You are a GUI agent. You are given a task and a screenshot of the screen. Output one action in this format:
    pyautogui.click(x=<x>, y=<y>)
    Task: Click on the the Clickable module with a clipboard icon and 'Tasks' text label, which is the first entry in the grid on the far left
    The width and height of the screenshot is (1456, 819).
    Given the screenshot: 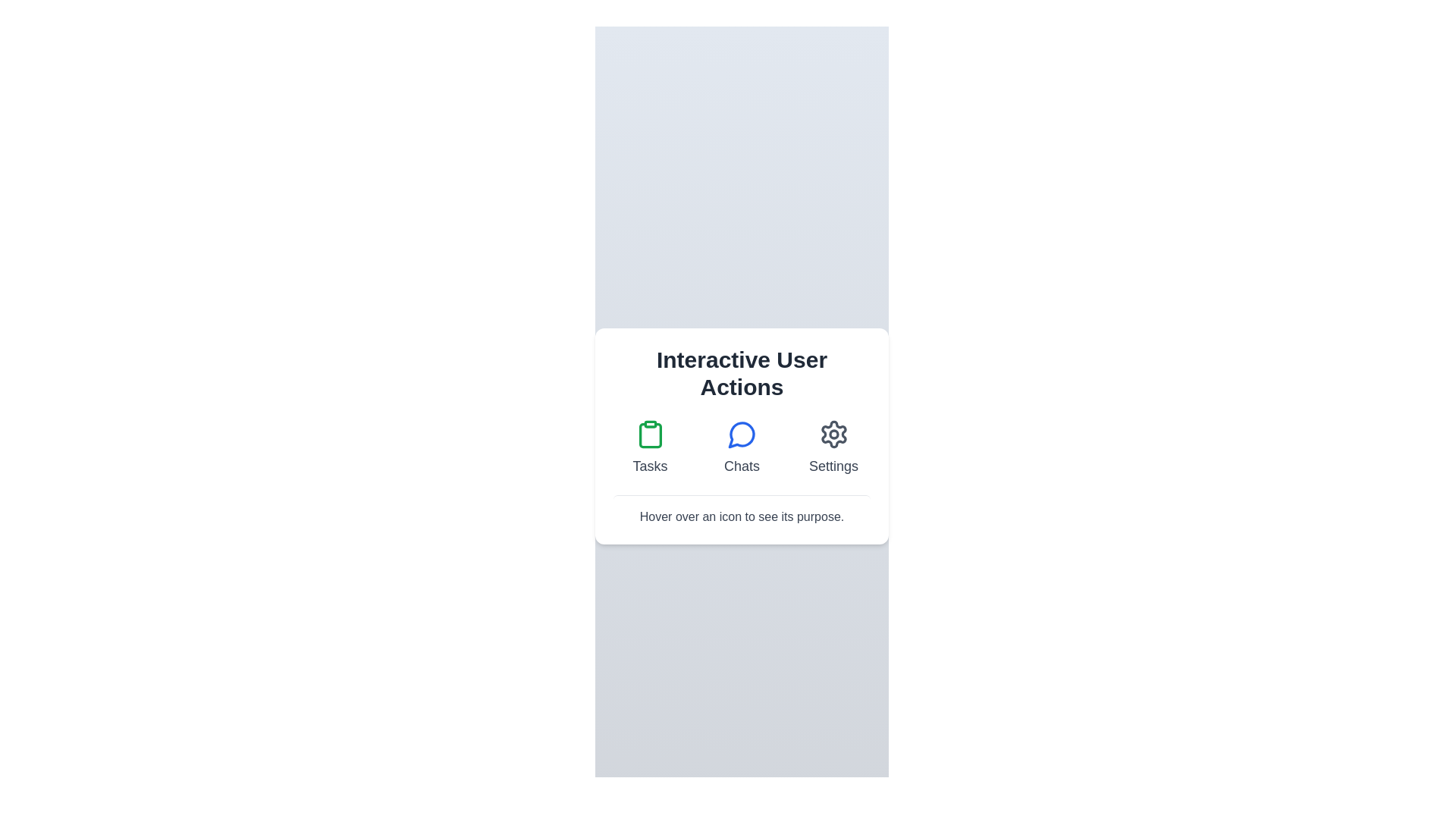 What is the action you would take?
    pyautogui.click(x=650, y=447)
    